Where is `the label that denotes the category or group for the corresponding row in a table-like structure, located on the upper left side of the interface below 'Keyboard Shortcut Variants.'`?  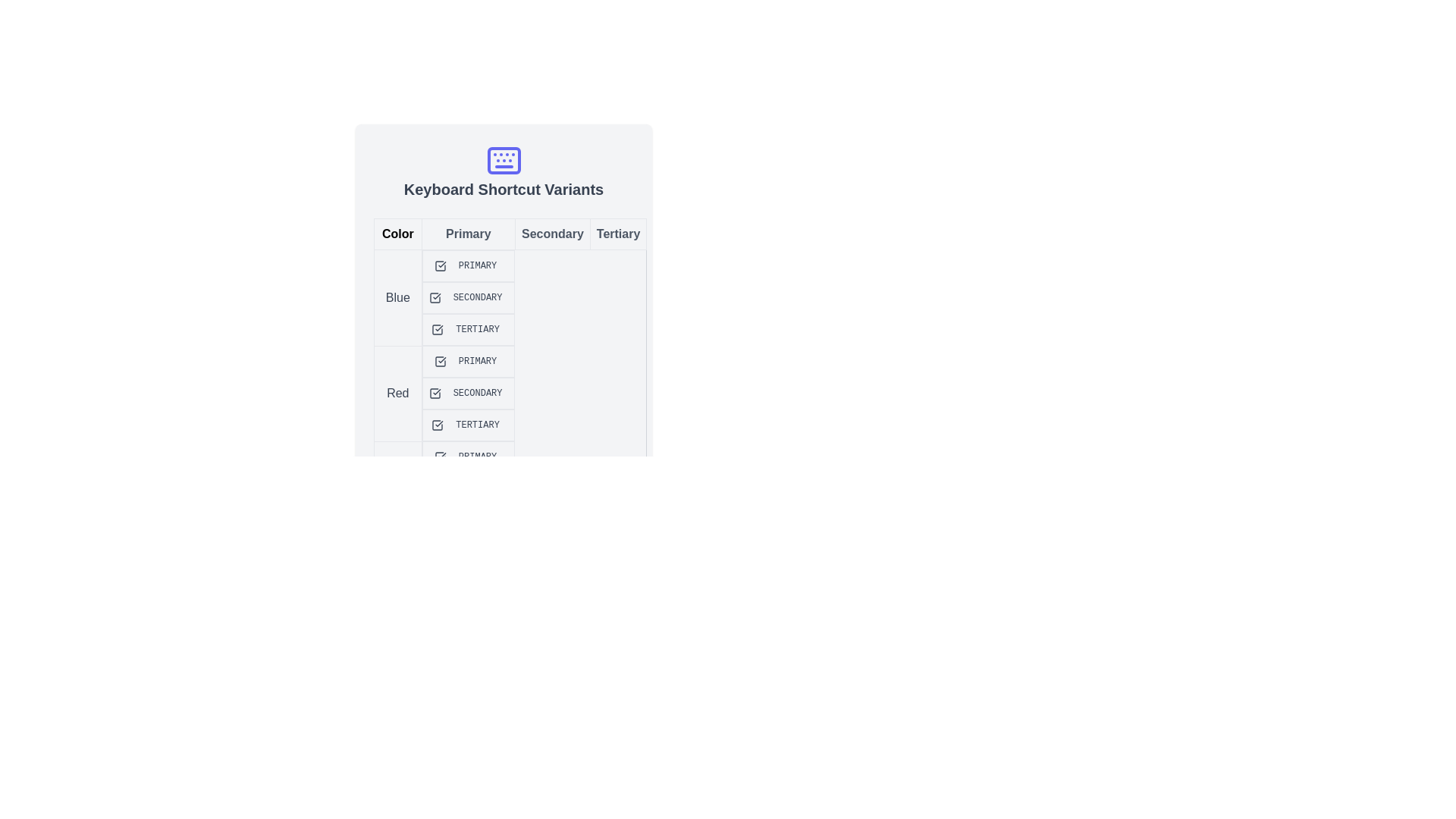
the label that denotes the category or group for the corresponding row in a table-like structure, located on the upper left side of the interface below 'Keyboard Shortcut Variants.' is located at coordinates (397, 234).